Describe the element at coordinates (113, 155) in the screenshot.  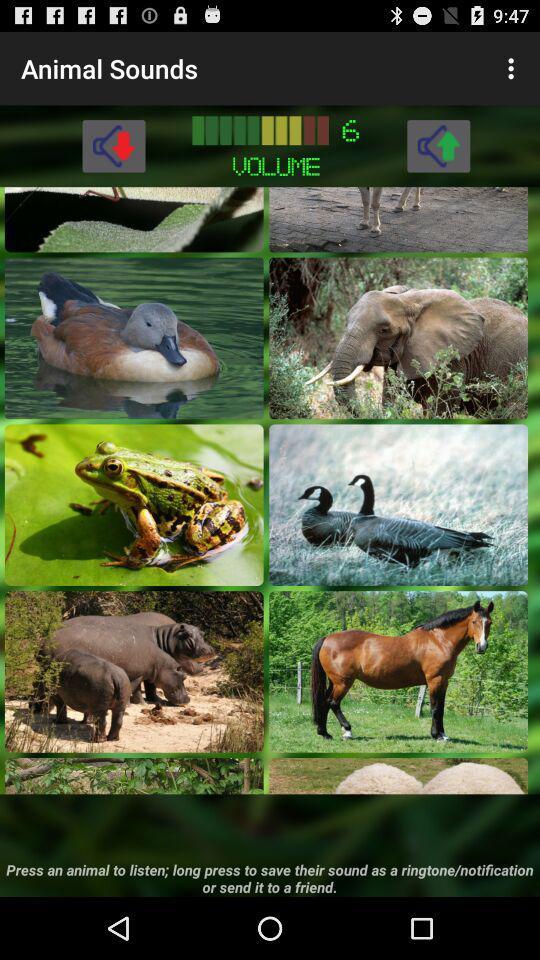
I see `the volume icon` at that location.